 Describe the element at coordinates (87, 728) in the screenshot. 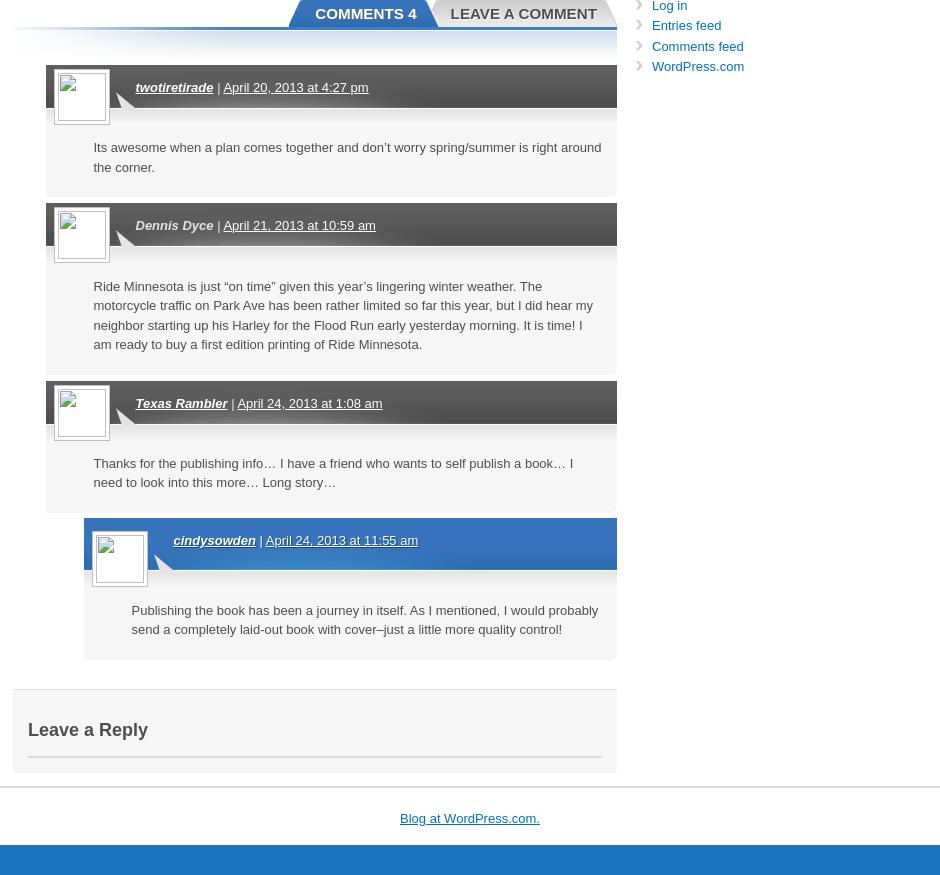

I see `'Leave a Reply'` at that location.